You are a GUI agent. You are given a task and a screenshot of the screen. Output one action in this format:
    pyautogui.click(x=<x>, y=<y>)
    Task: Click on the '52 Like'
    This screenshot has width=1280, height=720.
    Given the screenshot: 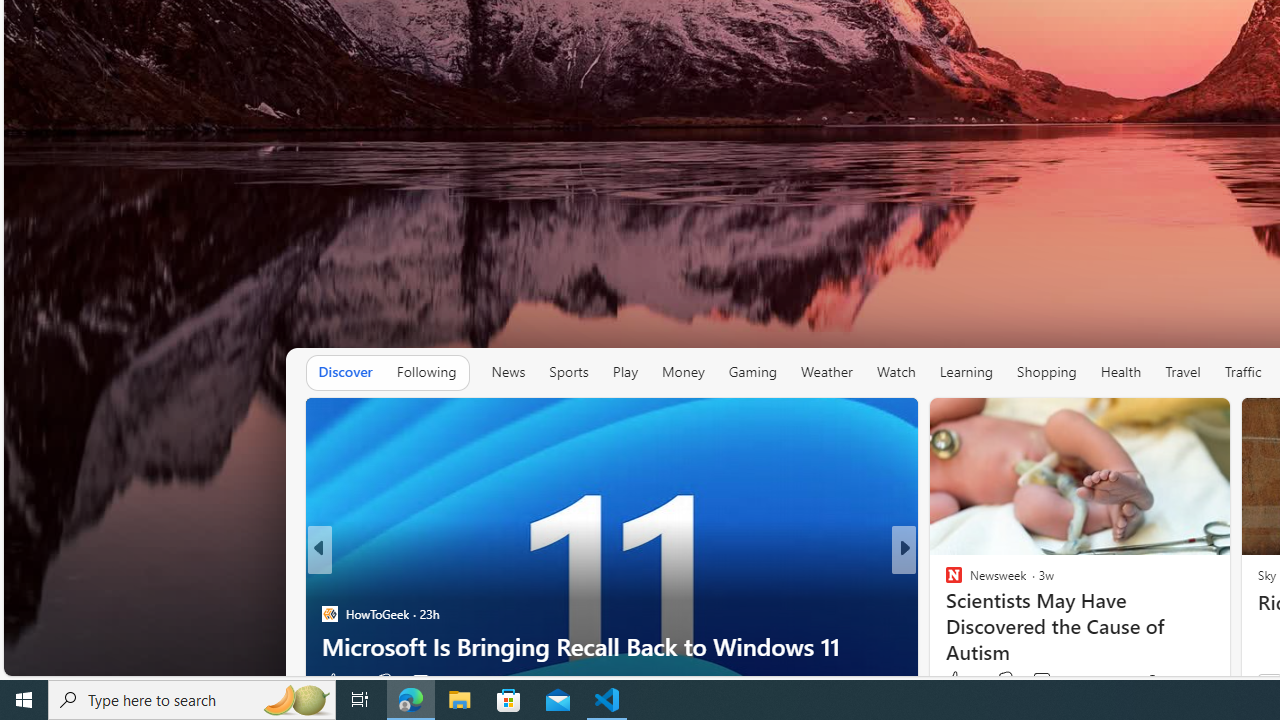 What is the action you would take?
    pyautogui.click(x=955, y=680)
    